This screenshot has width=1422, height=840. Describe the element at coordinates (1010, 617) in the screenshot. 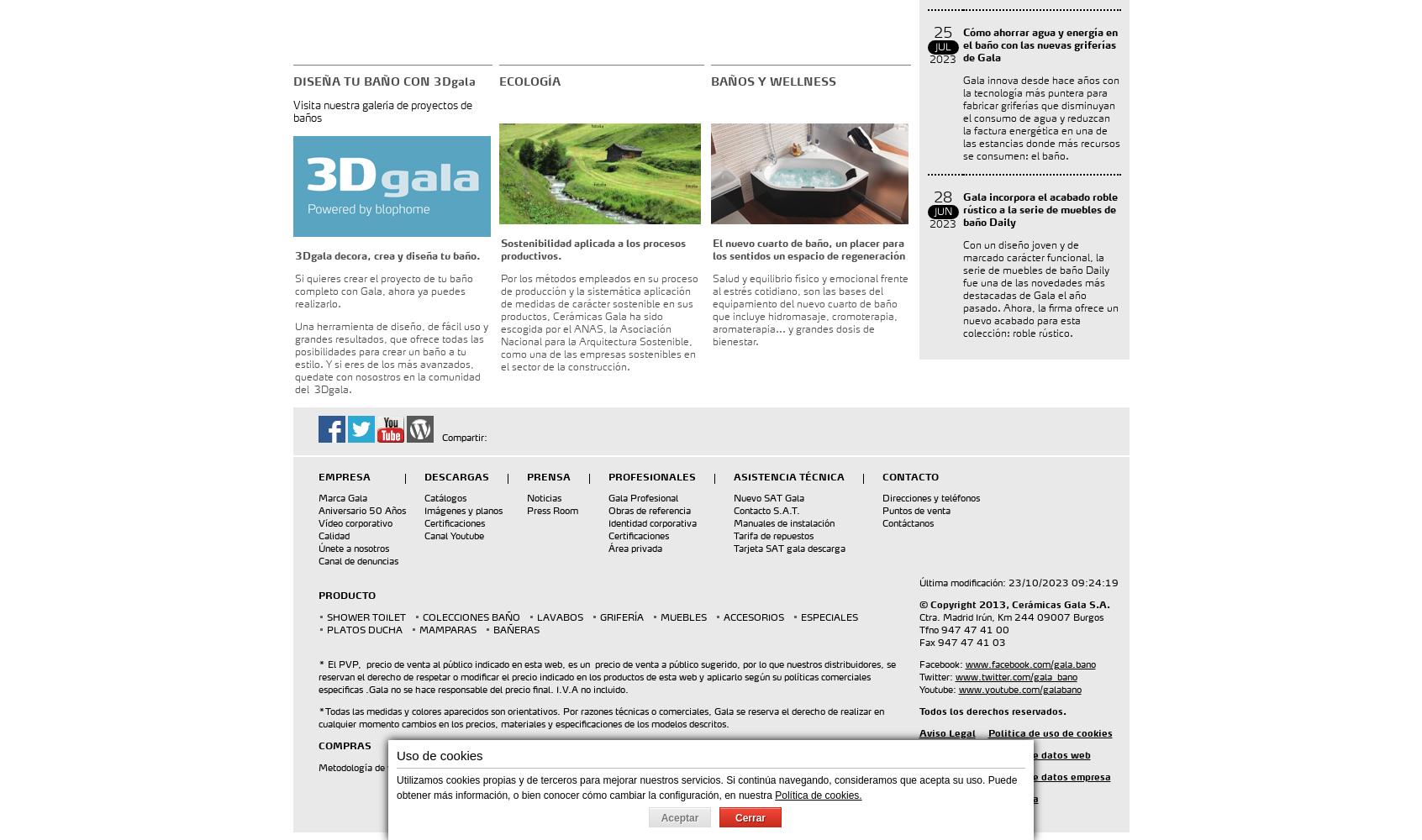

I see `'Ctra. Madrid Irún, Km 244 09007 Burgos'` at that location.